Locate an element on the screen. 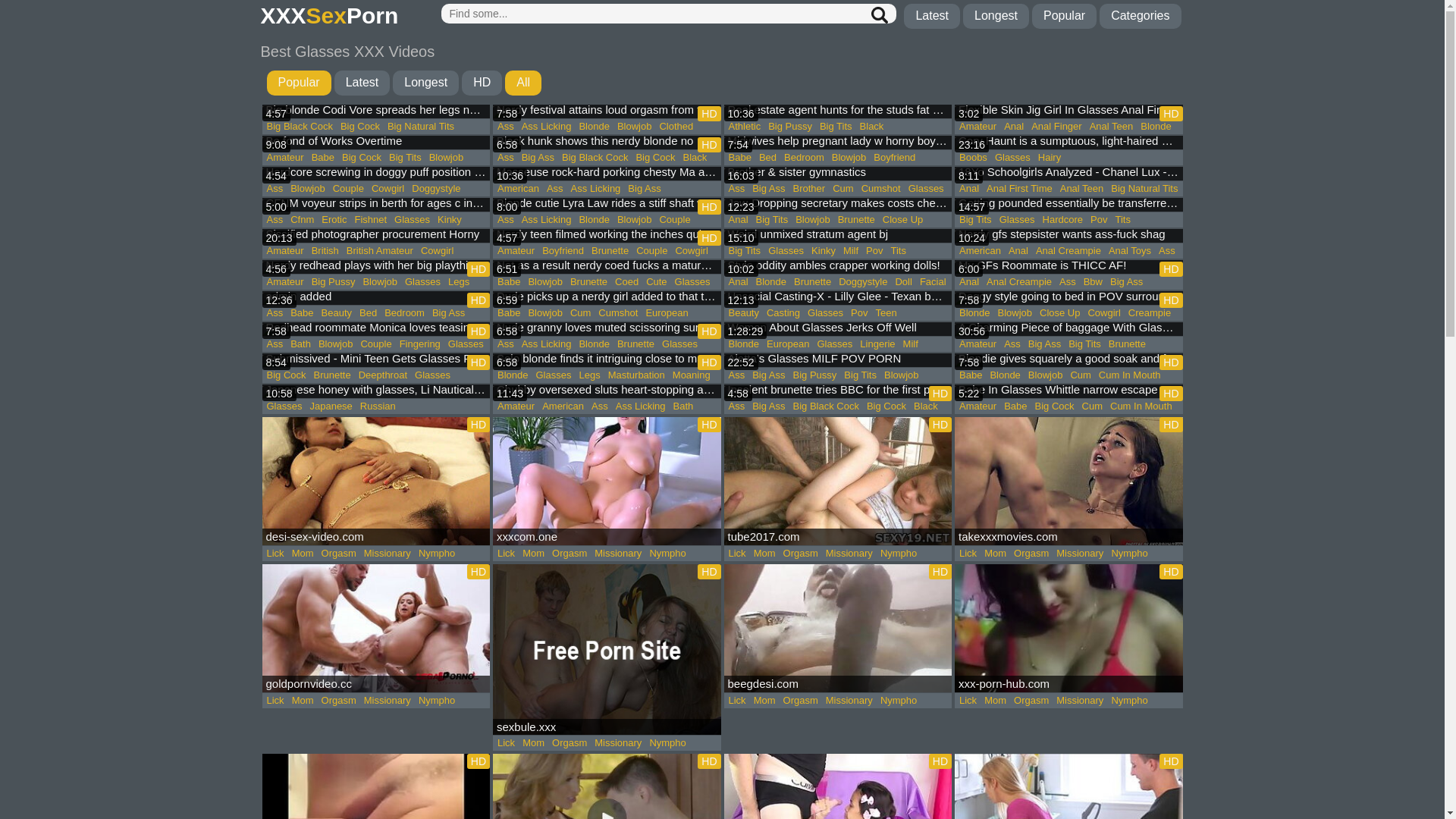 The width and height of the screenshot is (1456, 819). 'Anal Creampie' is located at coordinates (983, 281).